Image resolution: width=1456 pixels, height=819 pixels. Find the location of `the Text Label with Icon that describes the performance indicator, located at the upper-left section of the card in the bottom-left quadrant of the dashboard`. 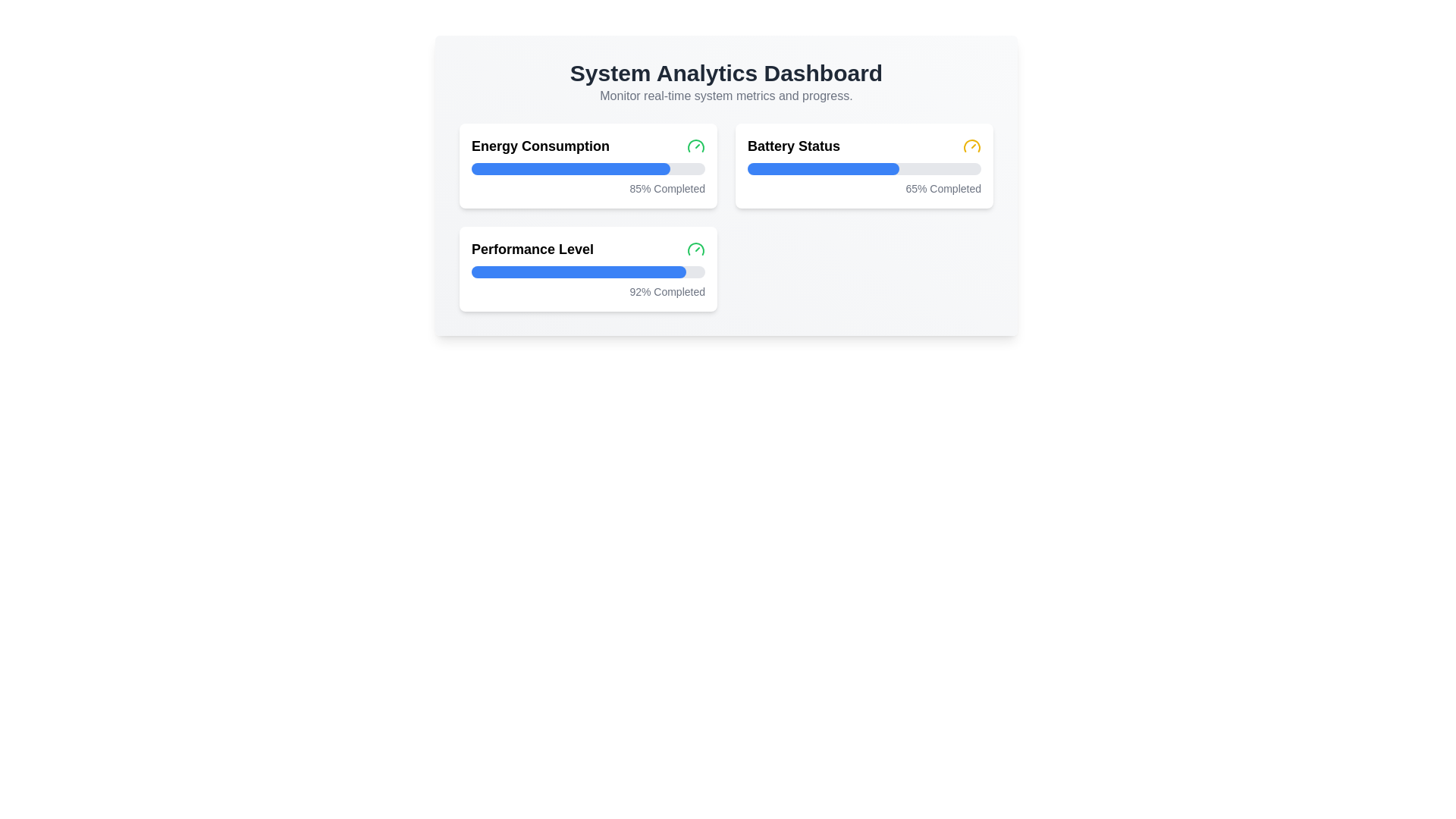

the Text Label with Icon that describes the performance indicator, located at the upper-left section of the card in the bottom-left quadrant of the dashboard is located at coordinates (588, 248).